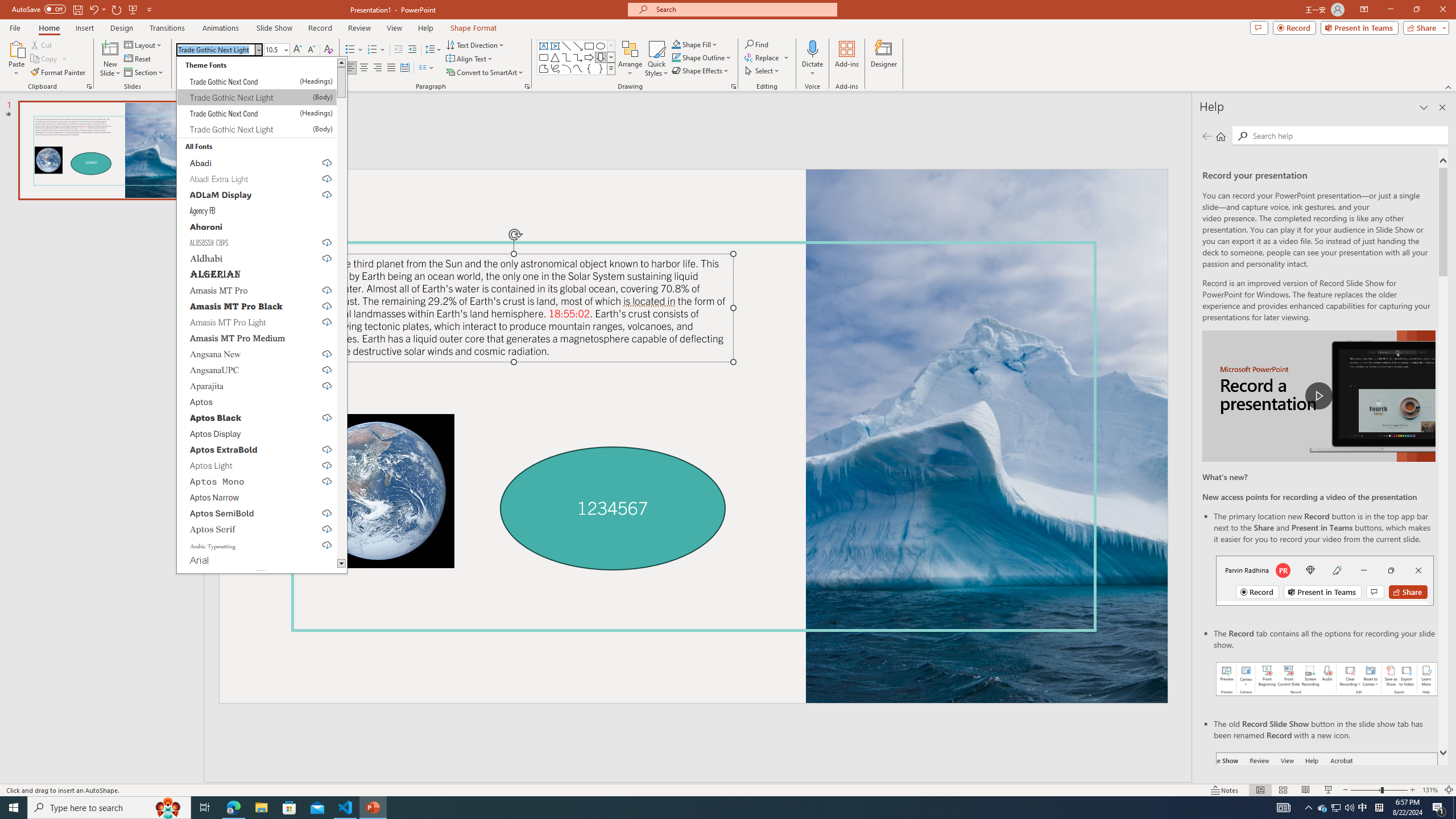 The width and height of the screenshot is (1456, 819). Describe the element at coordinates (656, 59) in the screenshot. I see `'Quick Styles'` at that location.